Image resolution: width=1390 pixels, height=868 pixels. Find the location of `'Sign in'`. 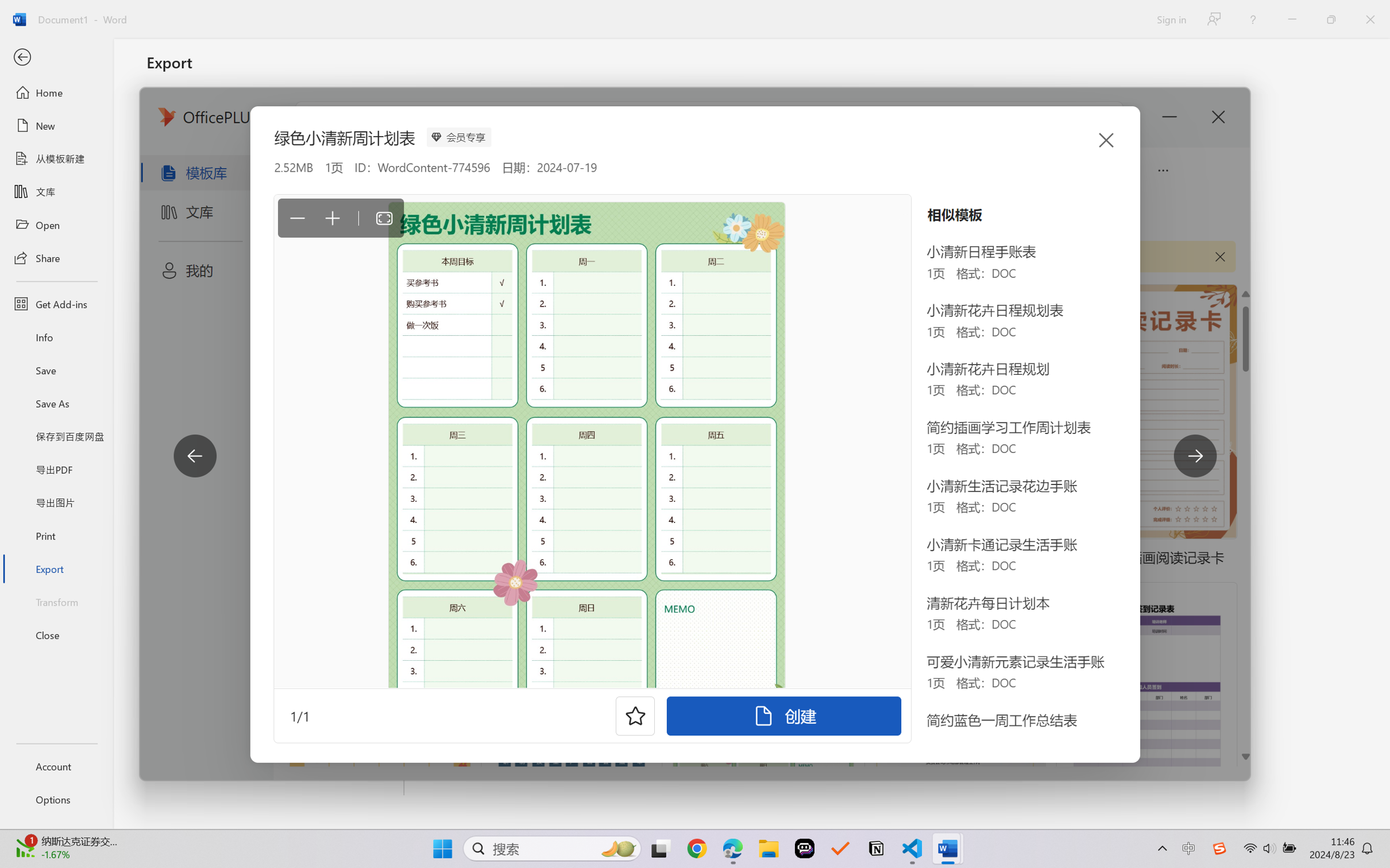

'Sign in' is located at coordinates (1170, 19).